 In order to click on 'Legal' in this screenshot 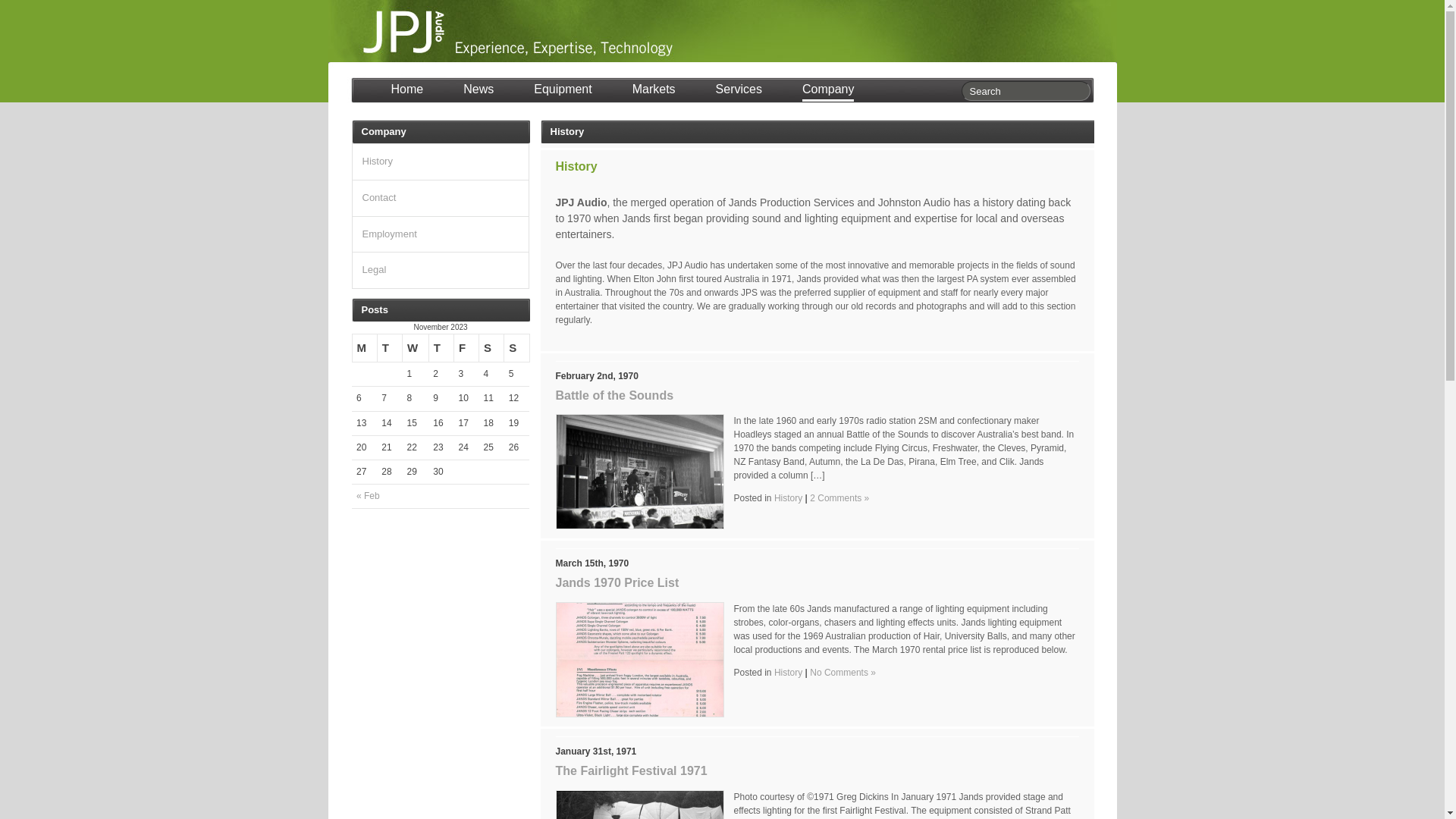, I will do `click(375, 268)`.